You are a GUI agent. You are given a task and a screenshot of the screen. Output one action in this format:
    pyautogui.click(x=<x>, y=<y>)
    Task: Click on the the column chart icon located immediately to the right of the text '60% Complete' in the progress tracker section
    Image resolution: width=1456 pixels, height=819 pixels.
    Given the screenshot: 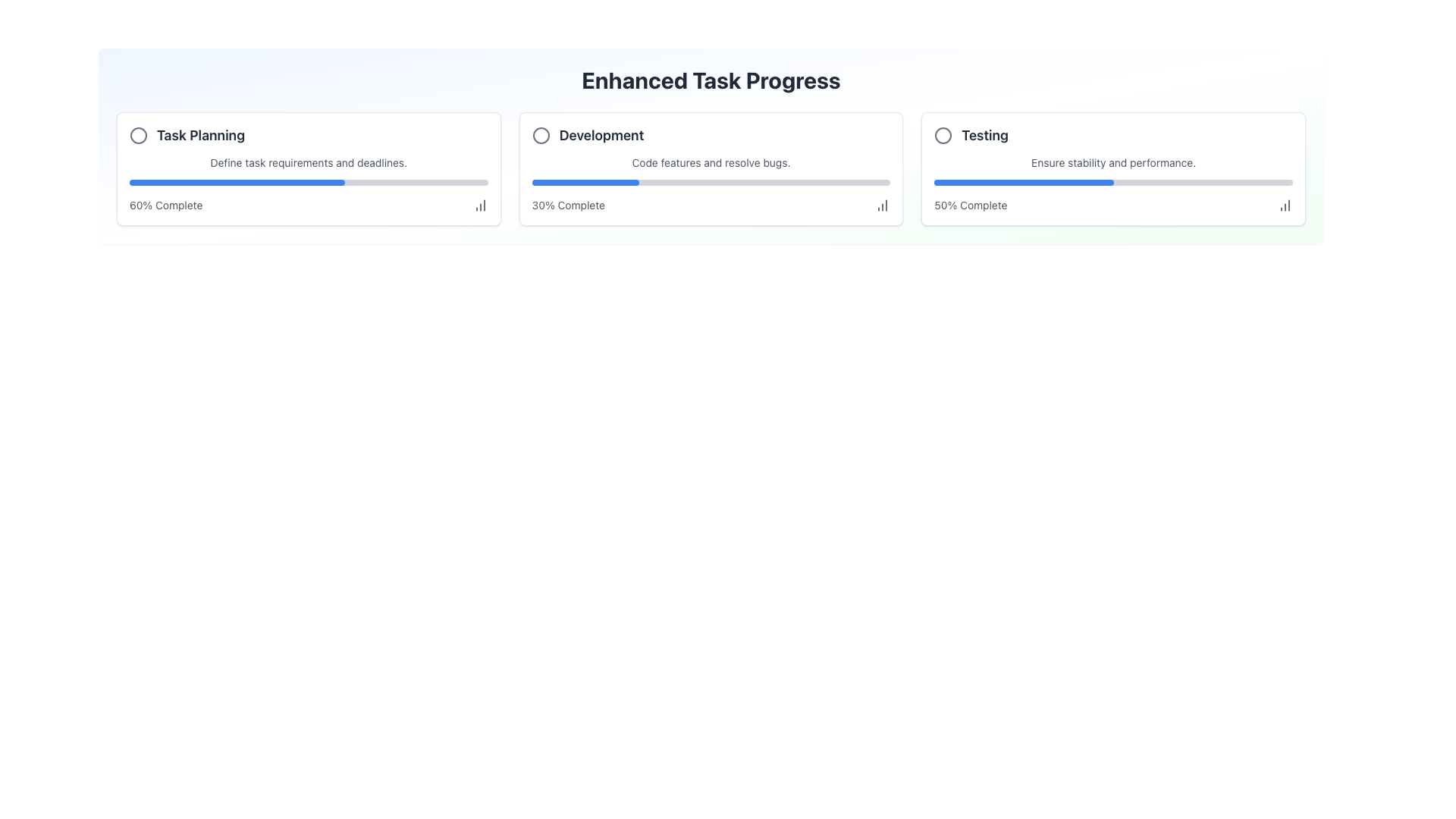 What is the action you would take?
    pyautogui.click(x=479, y=205)
    